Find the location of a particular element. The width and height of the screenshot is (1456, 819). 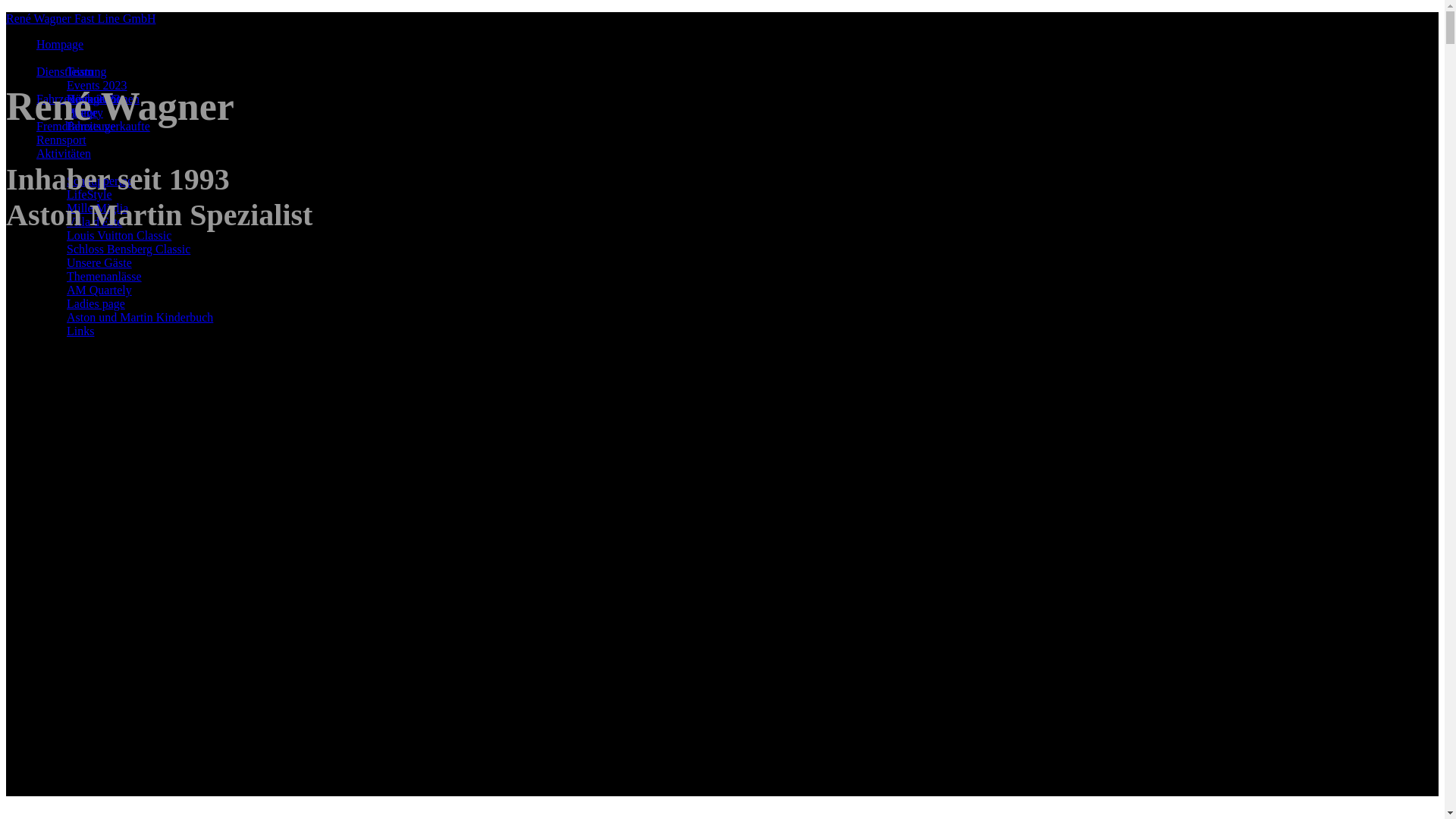

'Hompage' is located at coordinates (59, 43).